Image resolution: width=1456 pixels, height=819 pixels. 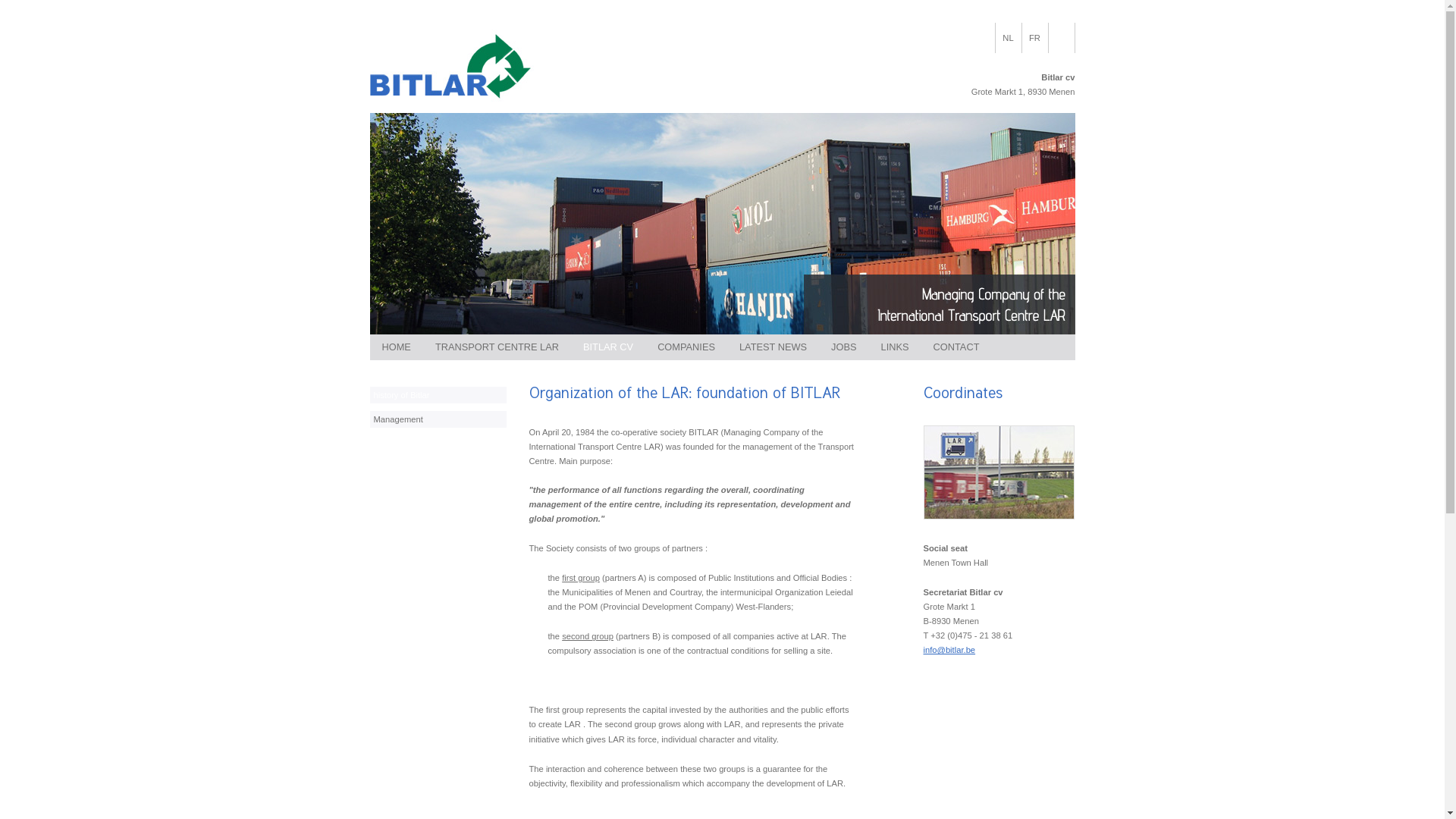 What do you see at coordinates (1034, 37) in the screenshot?
I see `'FR'` at bounding box center [1034, 37].